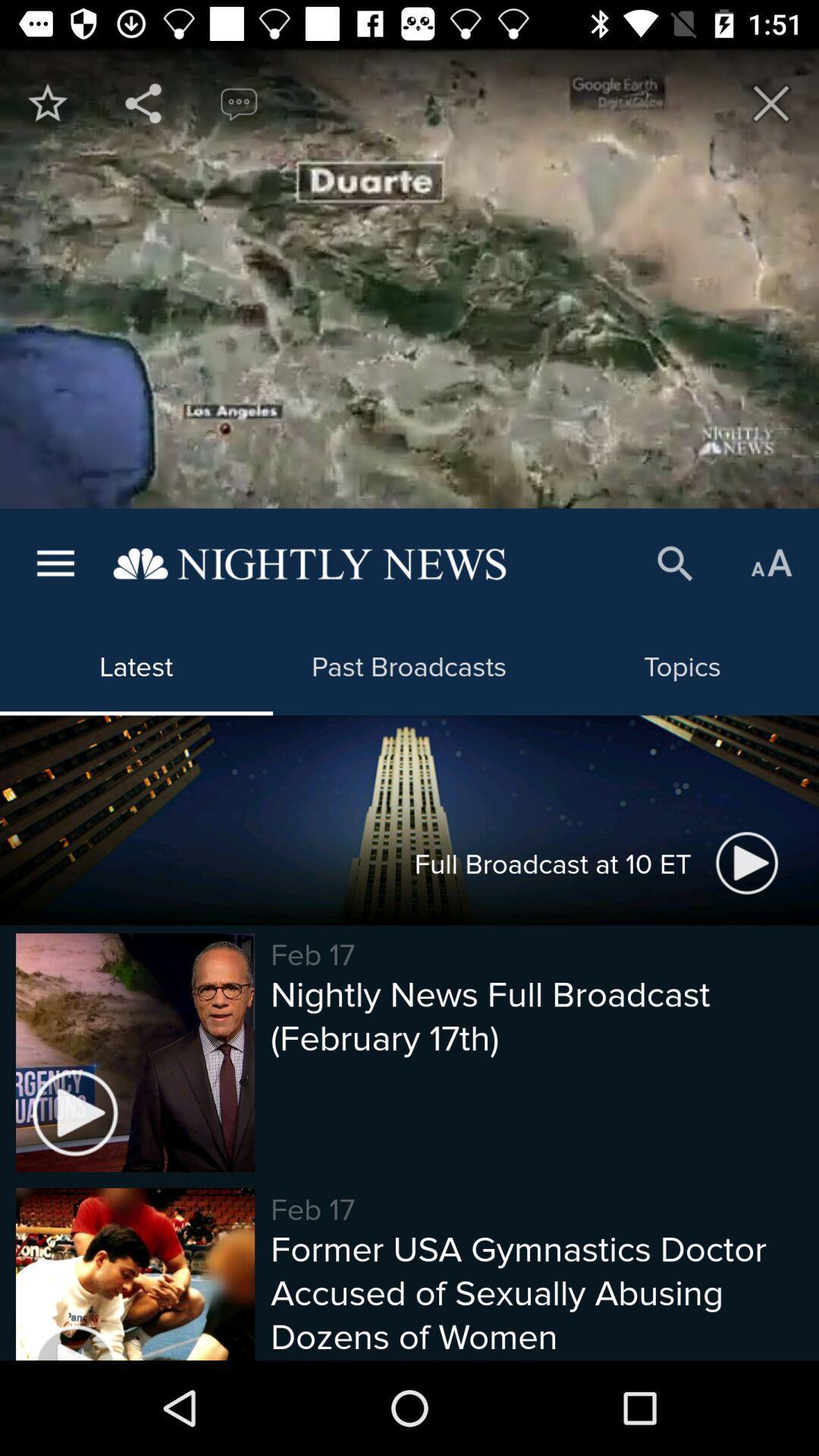 The height and width of the screenshot is (1456, 819). I want to click on the share icon, so click(143, 102).